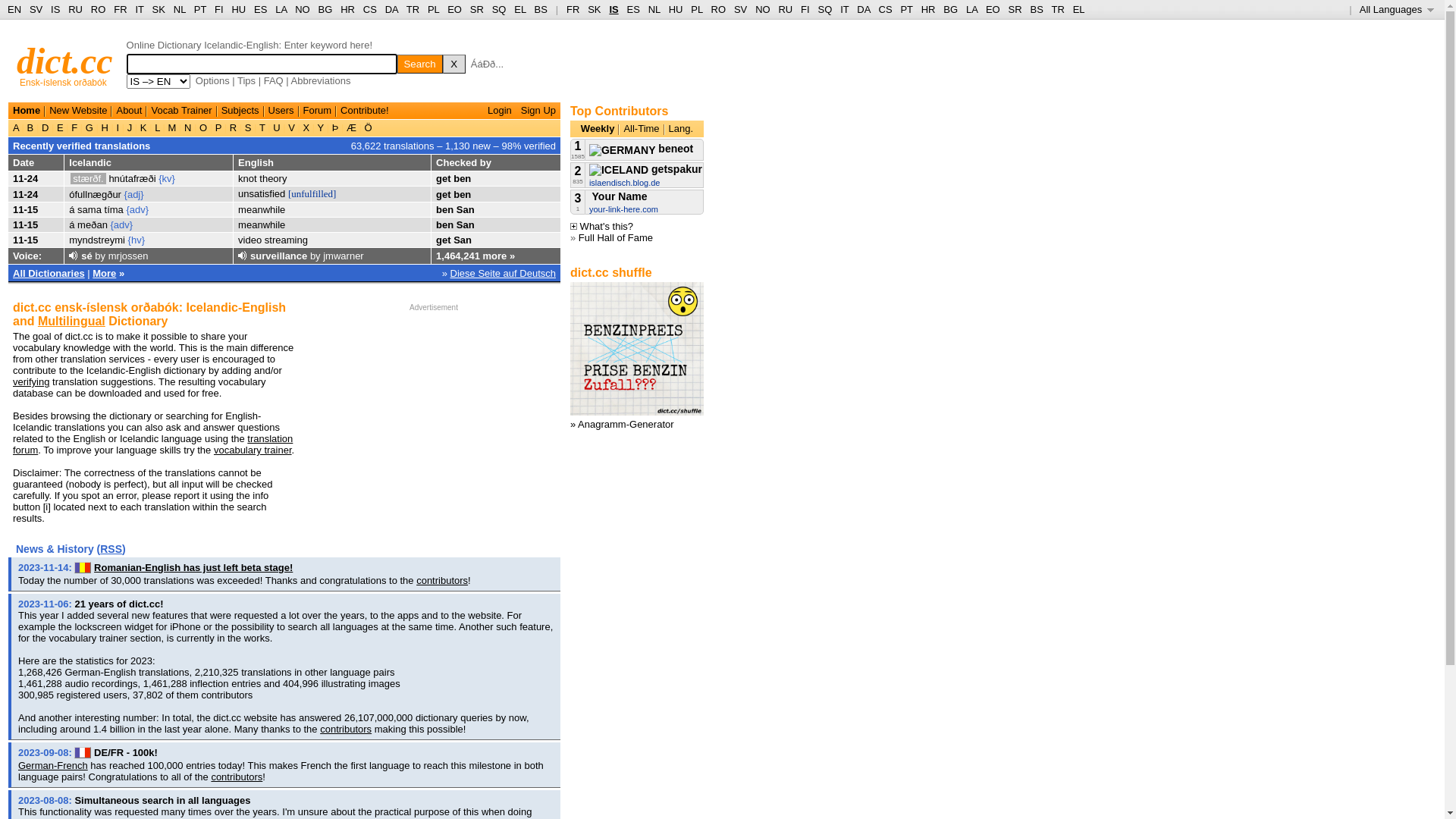  I want to click on 'DA', so click(863, 9).